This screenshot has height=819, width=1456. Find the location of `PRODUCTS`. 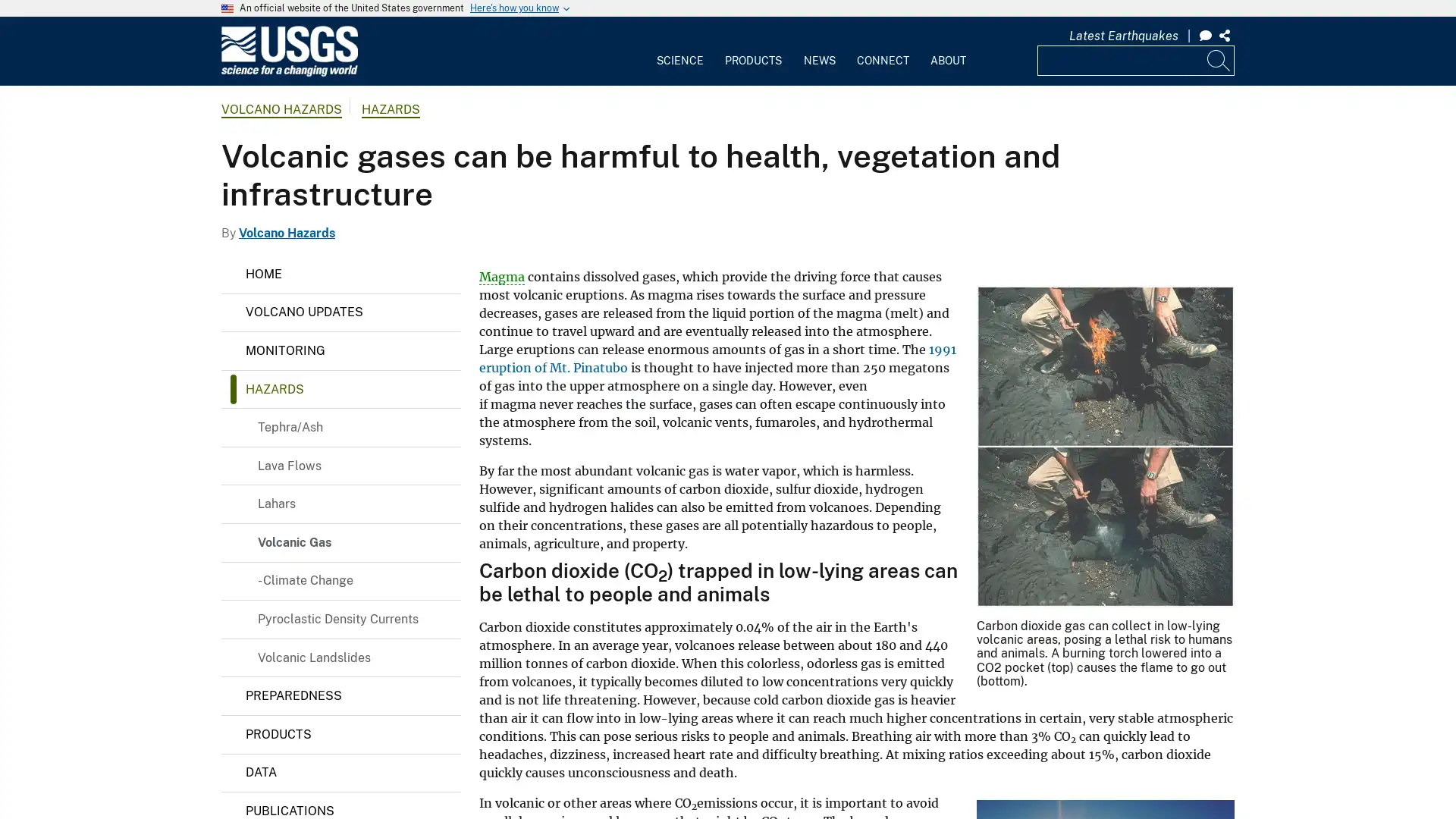

PRODUCTS is located at coordinates (753, 49).